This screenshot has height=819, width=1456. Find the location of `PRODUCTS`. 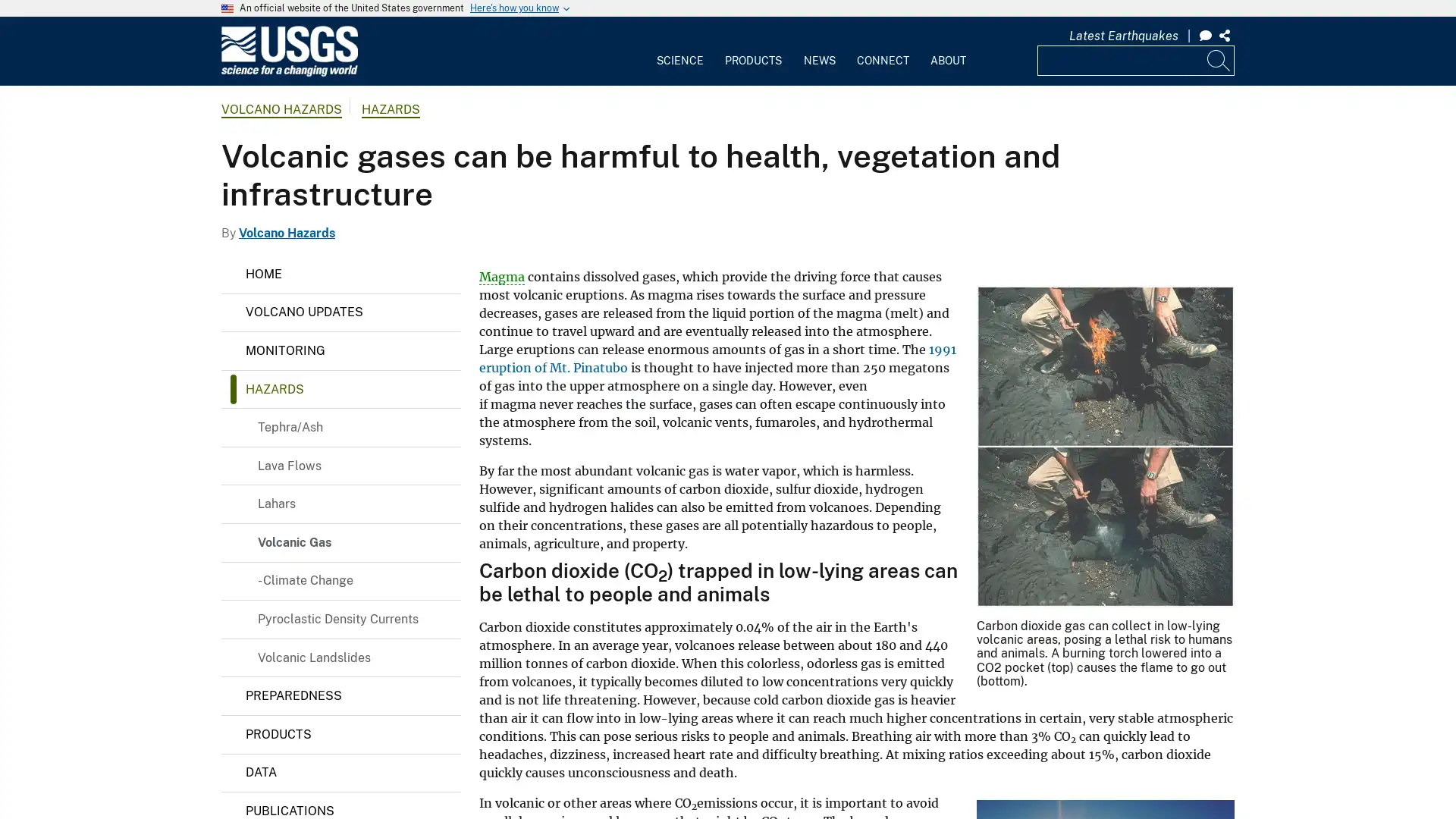

PRODUCTS is located at coordinates (753, 49).